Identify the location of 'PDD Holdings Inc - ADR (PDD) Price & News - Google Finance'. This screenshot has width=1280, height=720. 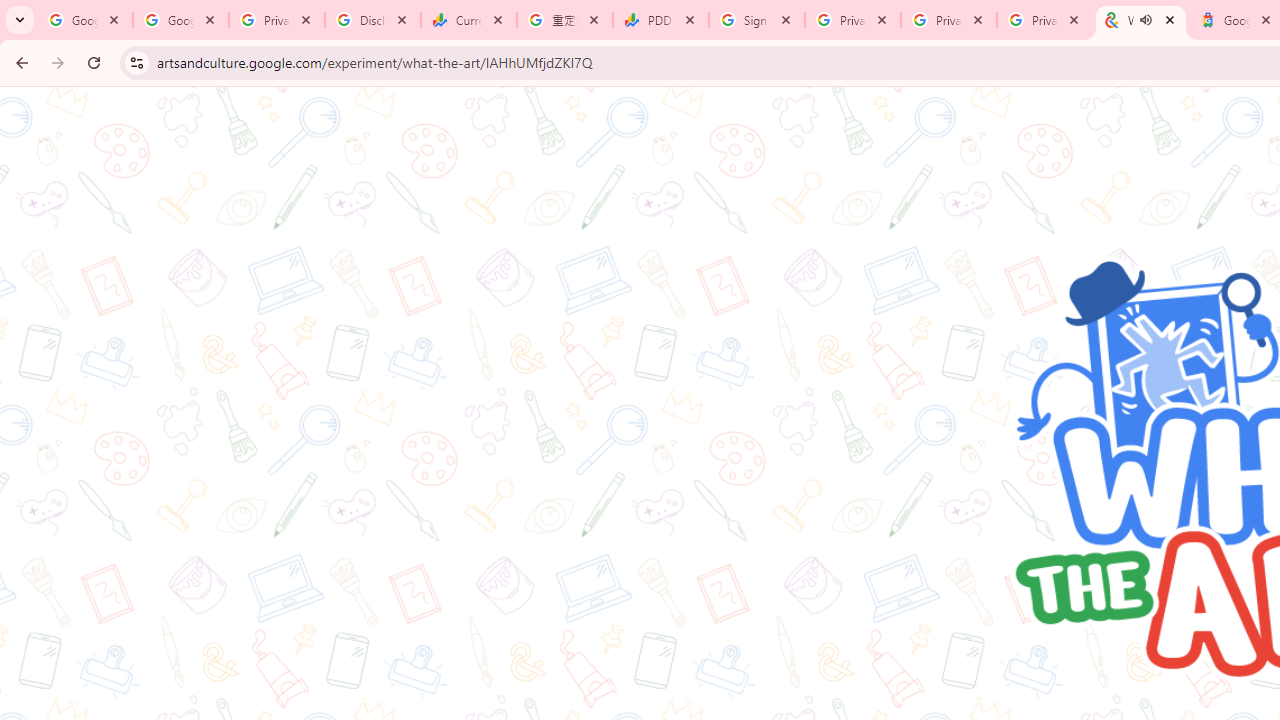
(661, 20).